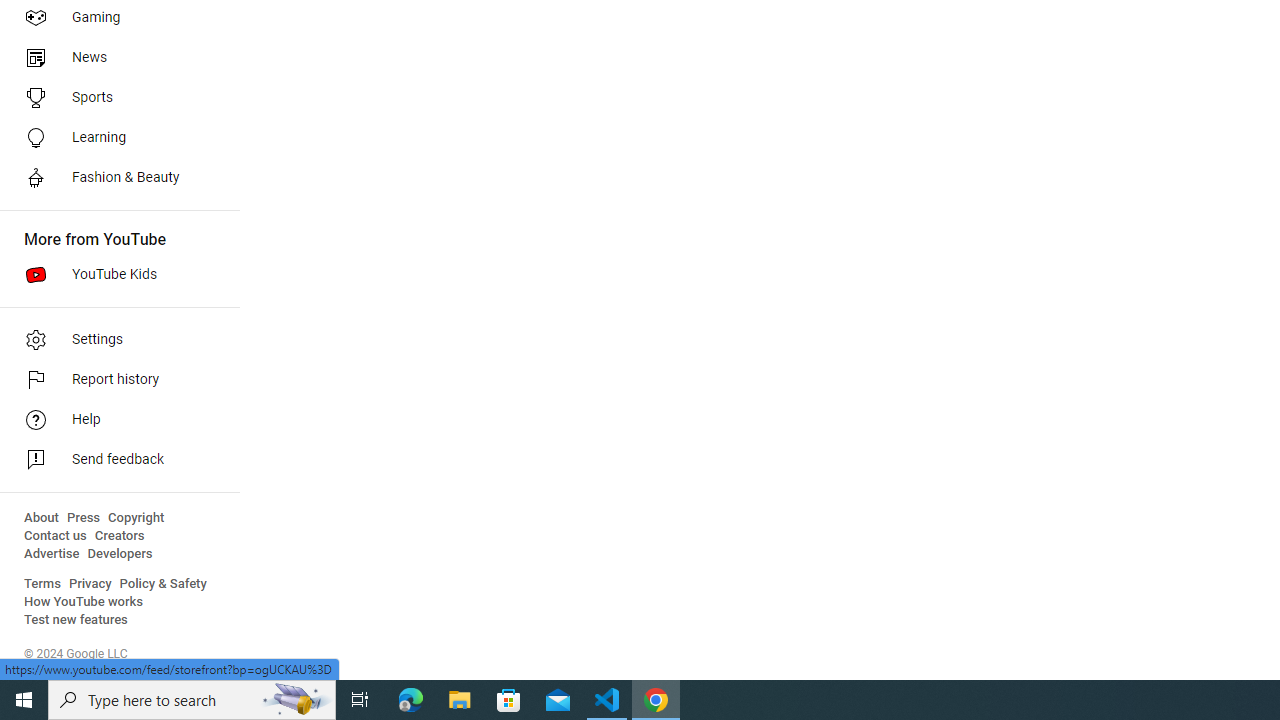 The height and width of the screenshot is (720, 1280). I want to click on 'Policy & Safety', so click(163, 584).